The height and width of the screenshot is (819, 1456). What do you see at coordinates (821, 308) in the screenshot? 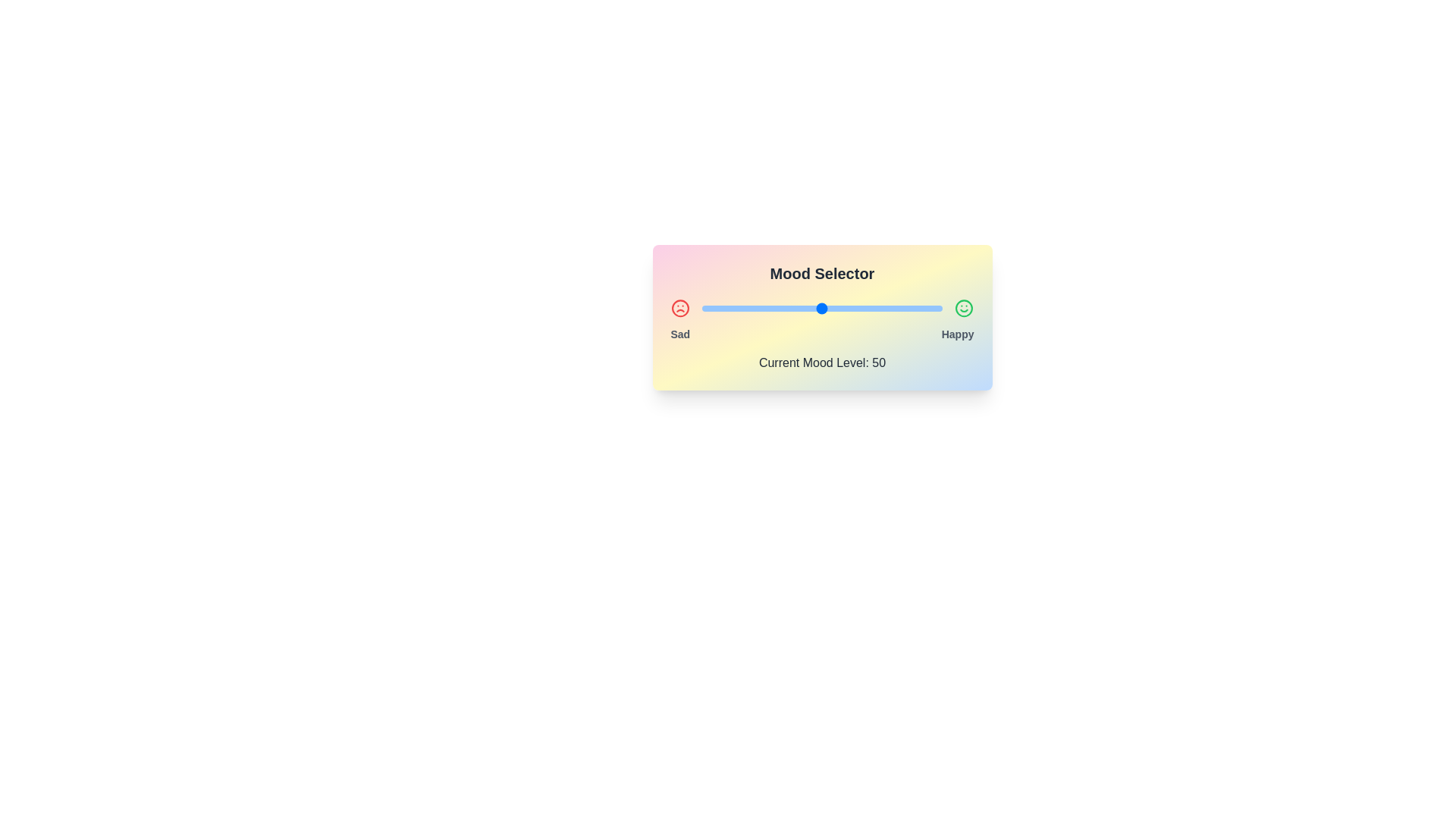
I see `the slider input to focus it for keyboard adjustments` at bounding box center [821, 308].